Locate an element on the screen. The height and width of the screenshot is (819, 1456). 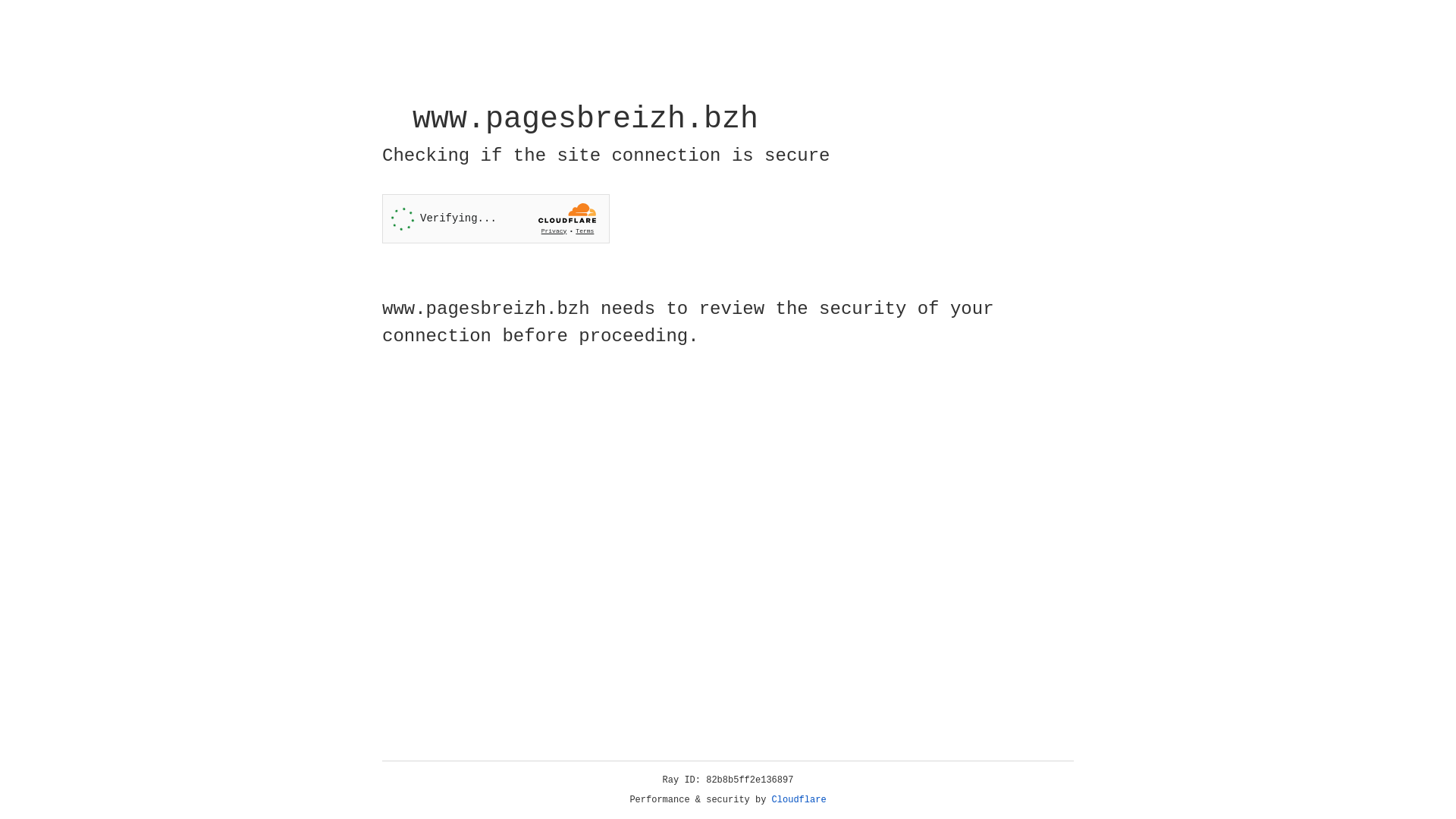
'Widget containing a Cloudflare security challenge' is located at coordinates (495, 218).